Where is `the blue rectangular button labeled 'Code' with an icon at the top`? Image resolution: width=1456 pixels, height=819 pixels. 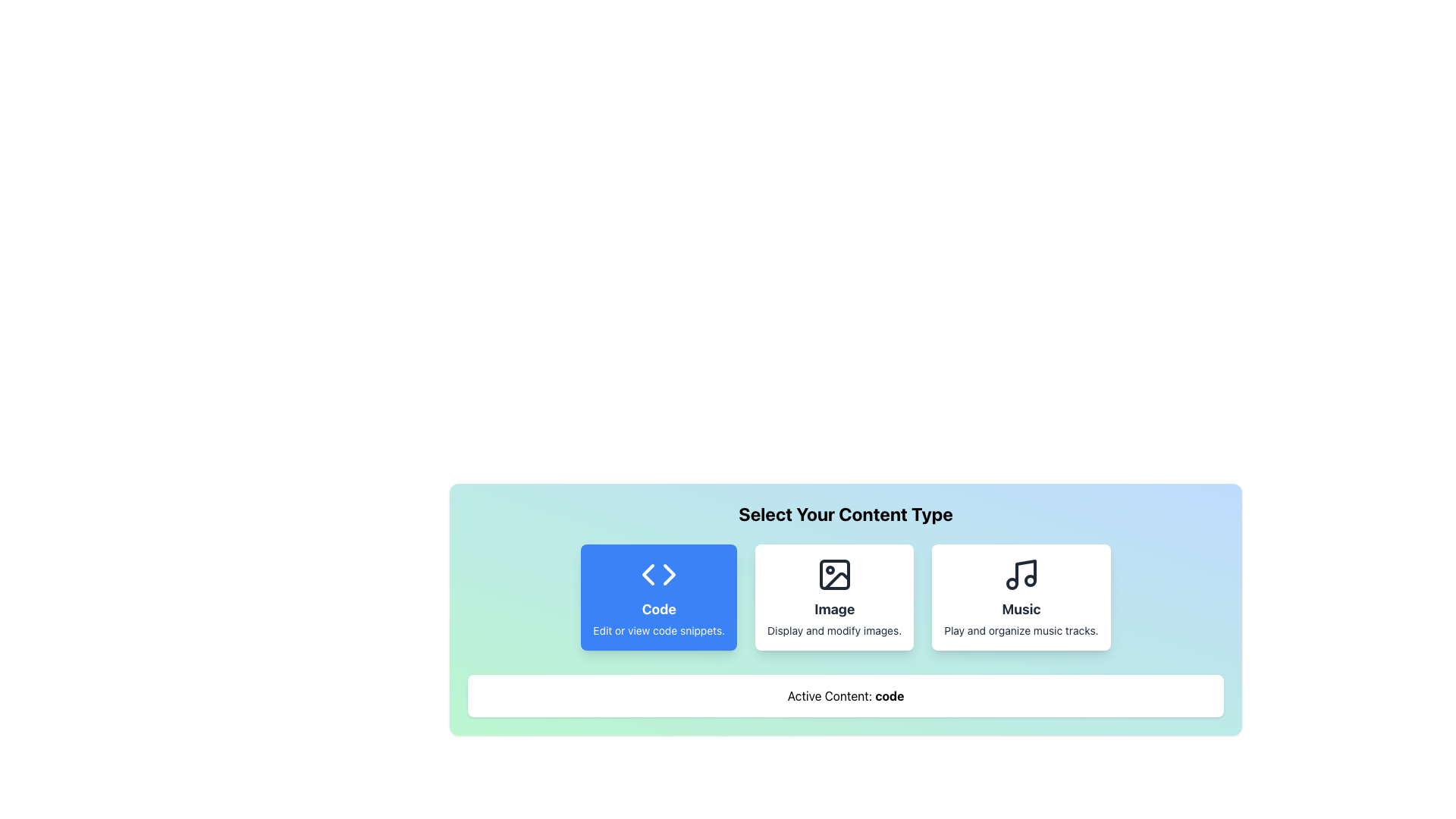
the blue rectangular button labeled 'Code' with an icon at the top is located at coordinates (659, 596).